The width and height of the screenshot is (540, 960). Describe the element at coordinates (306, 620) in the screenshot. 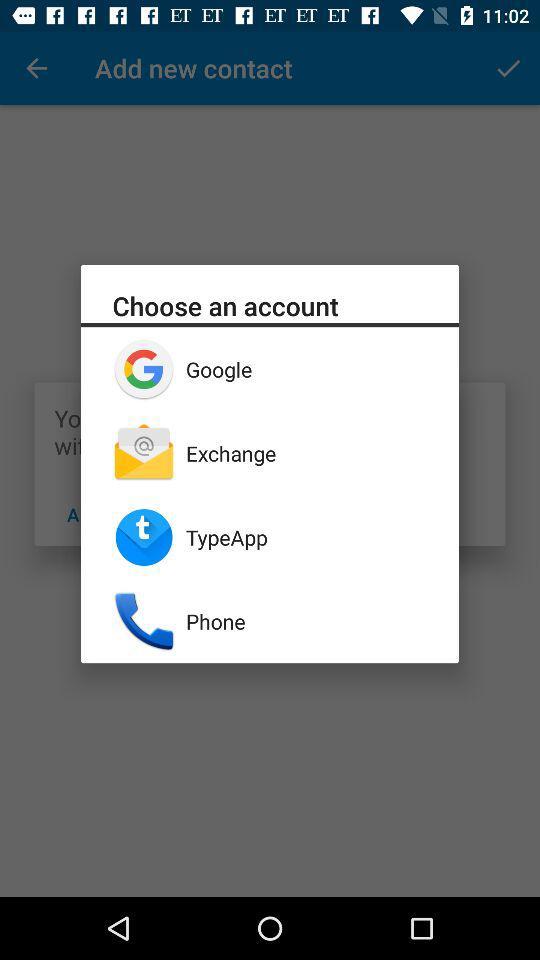

I see `phone app` at that location.